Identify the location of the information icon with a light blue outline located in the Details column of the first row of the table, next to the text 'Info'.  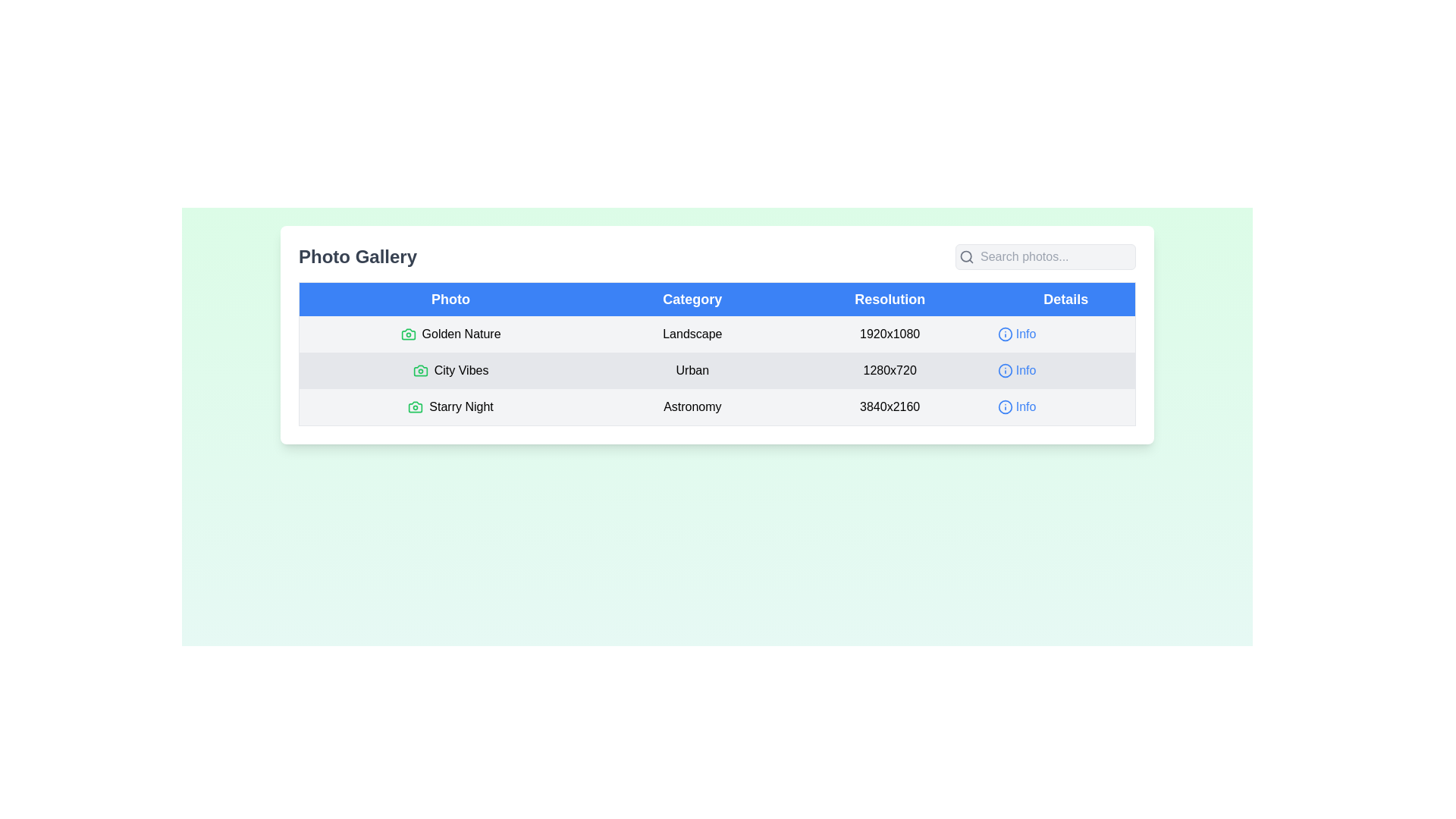
(1005, 333).